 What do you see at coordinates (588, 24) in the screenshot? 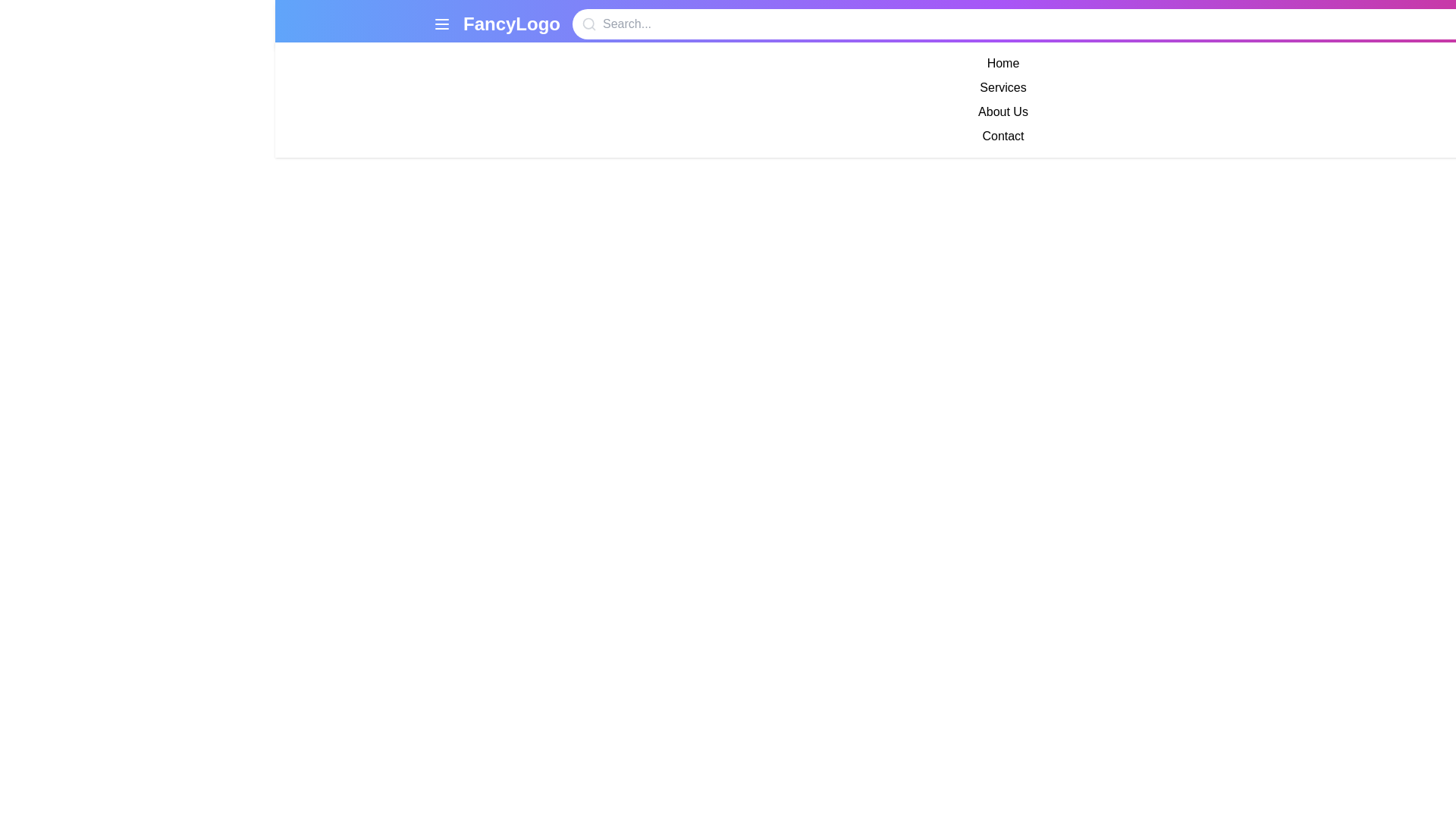
I see `the gray magnifying glass icon at the beginning of the search bar to focus the search bar` at bounding box center [588, 24].